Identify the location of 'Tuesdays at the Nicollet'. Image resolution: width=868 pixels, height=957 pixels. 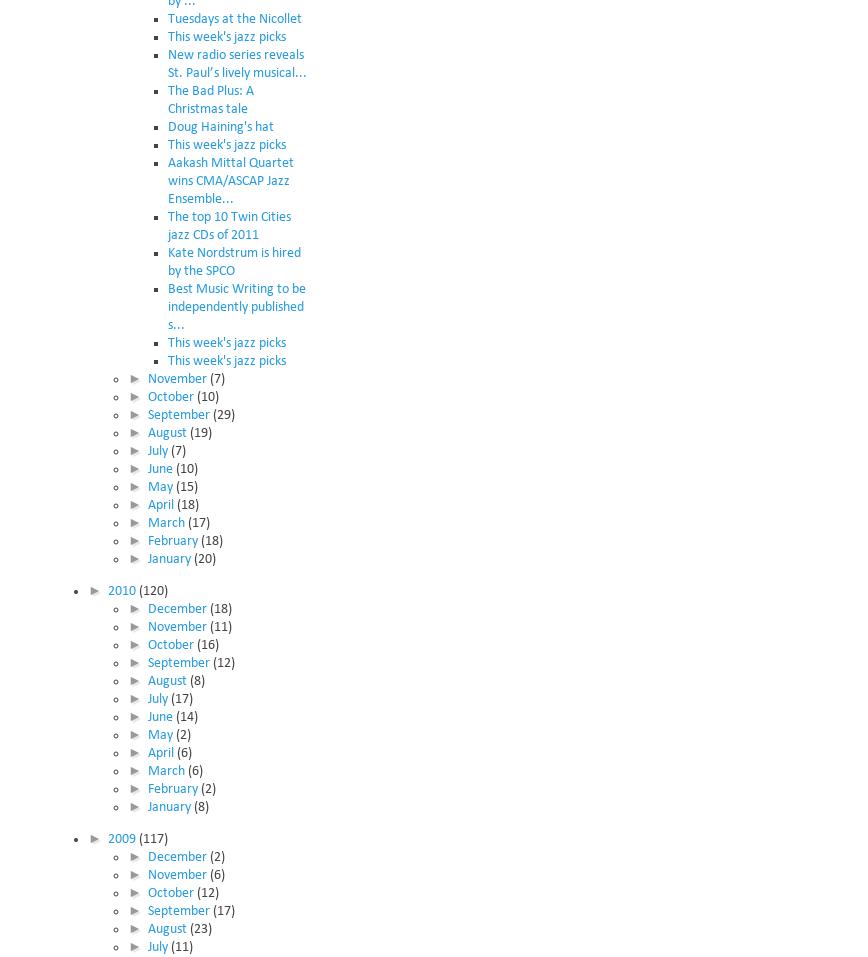
(234, 17).